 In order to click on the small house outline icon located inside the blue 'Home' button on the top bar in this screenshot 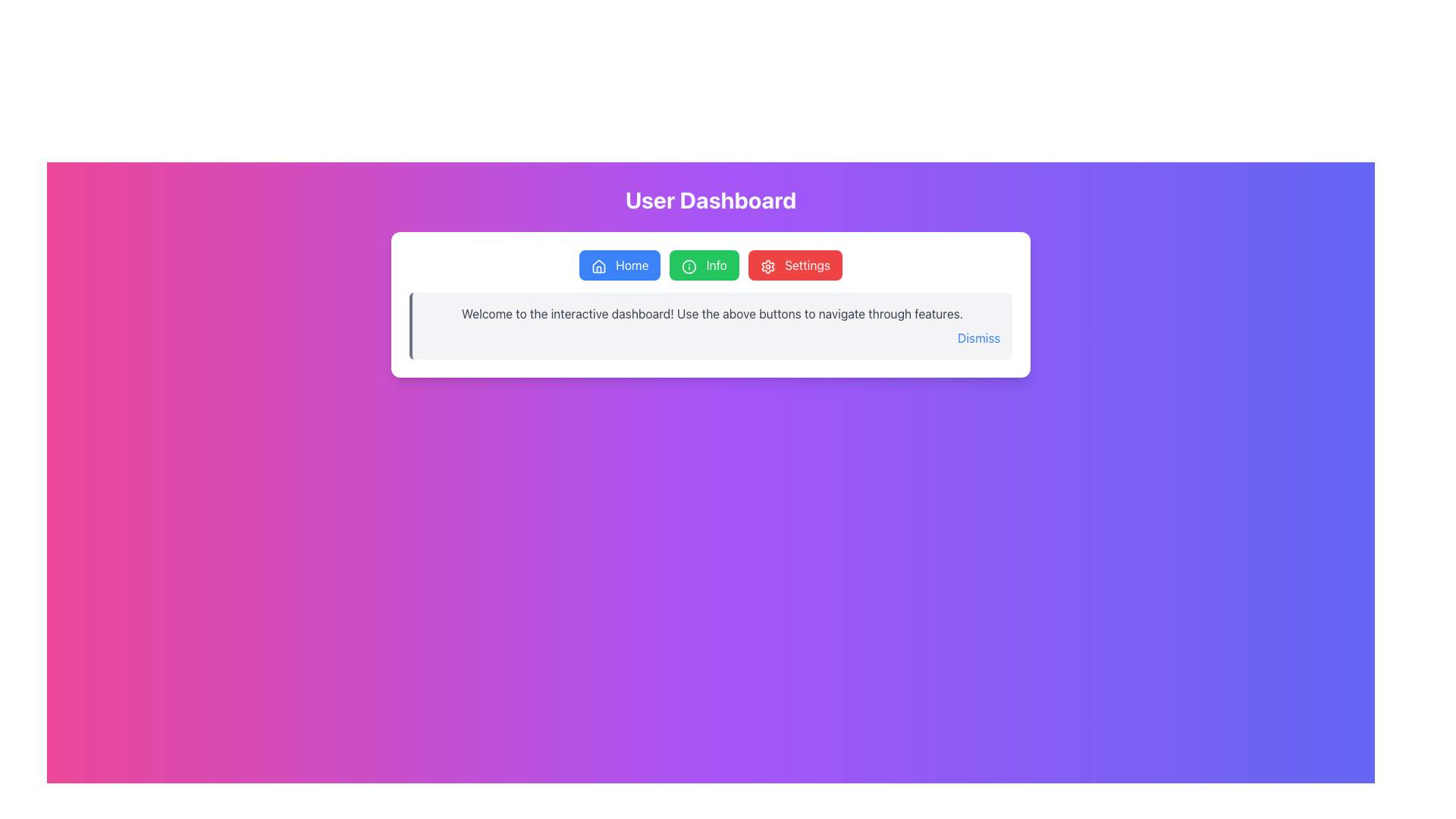, I will do `click(598, 265)`.